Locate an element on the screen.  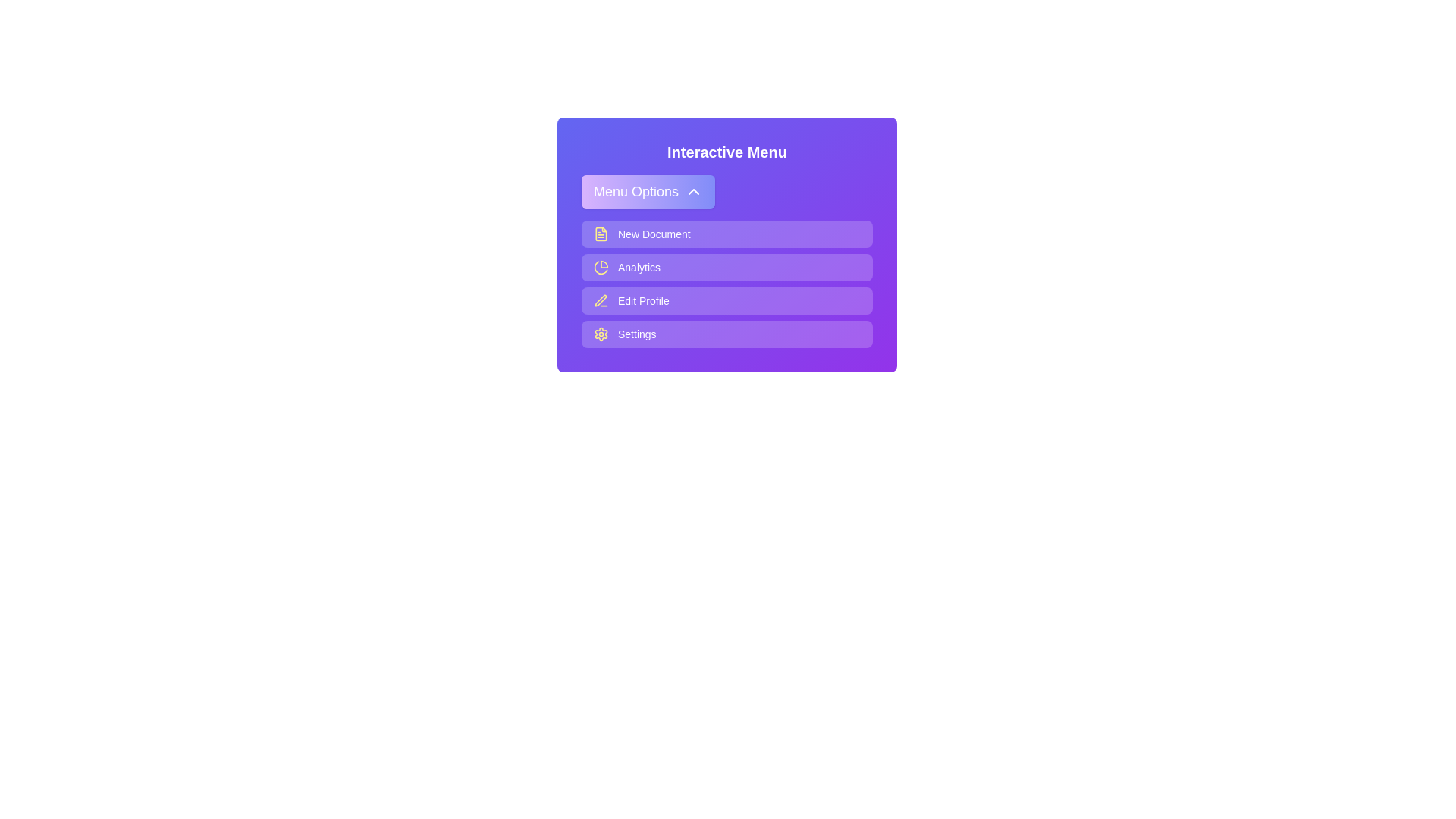
the 'Settings' icon, which is located at the far left of the 'Settings' button in the menu options, to receive visual feedback is located at coordinates (600, 333).